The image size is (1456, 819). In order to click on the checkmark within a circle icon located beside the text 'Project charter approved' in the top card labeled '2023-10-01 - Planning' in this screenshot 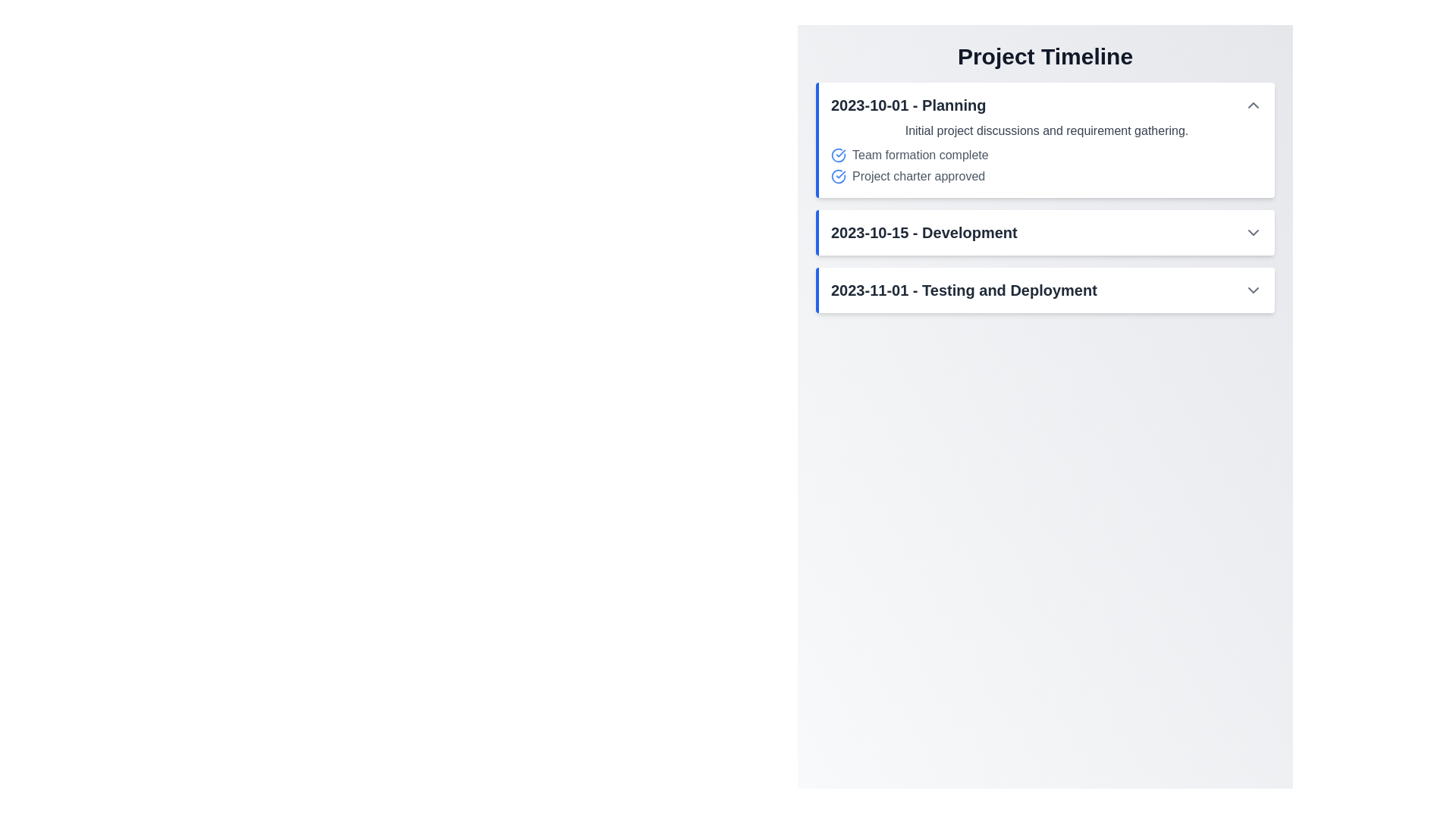, I will do `click(837, 175)`.